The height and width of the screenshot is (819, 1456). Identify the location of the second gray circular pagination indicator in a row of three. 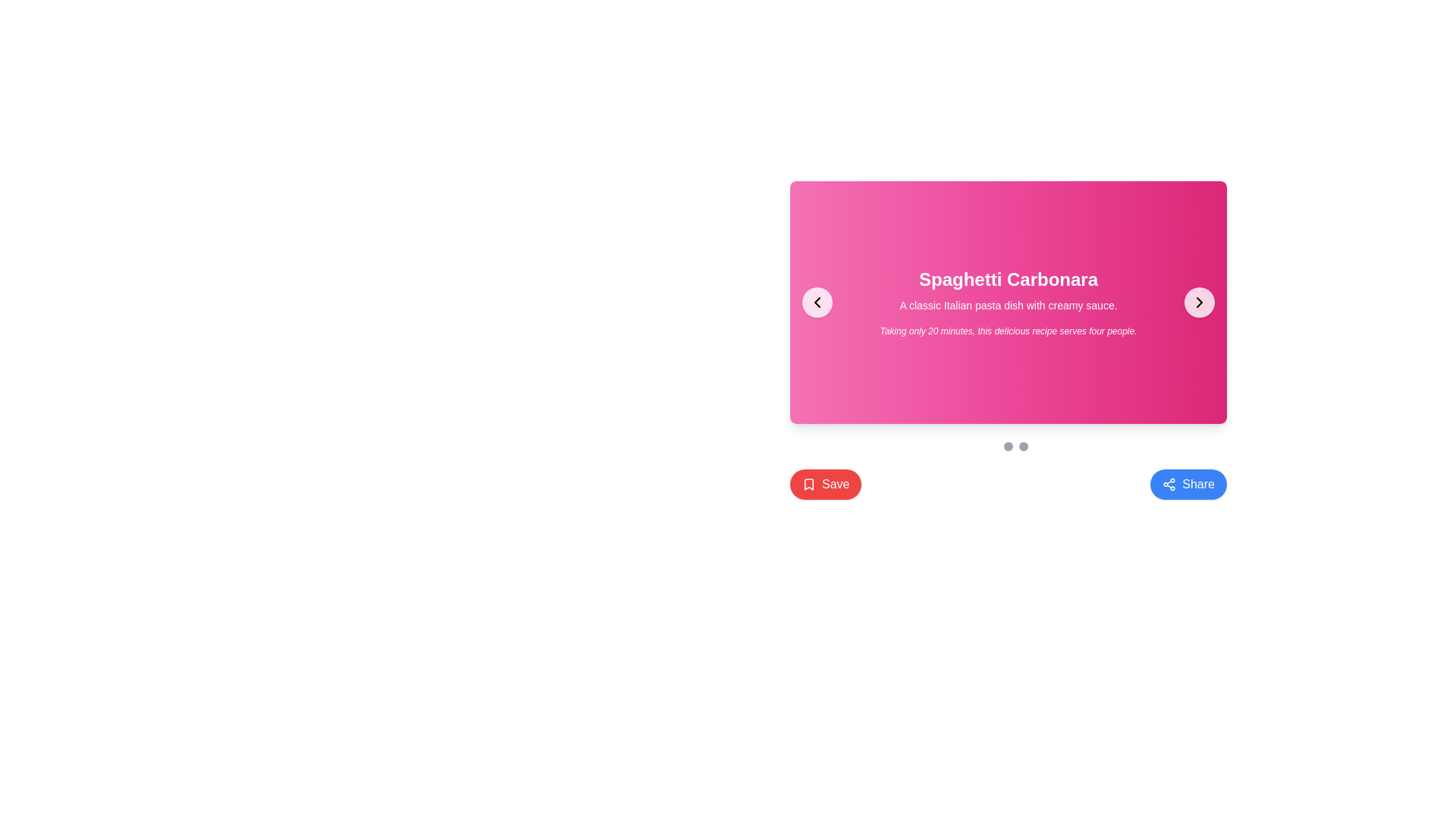
(1008, 446).